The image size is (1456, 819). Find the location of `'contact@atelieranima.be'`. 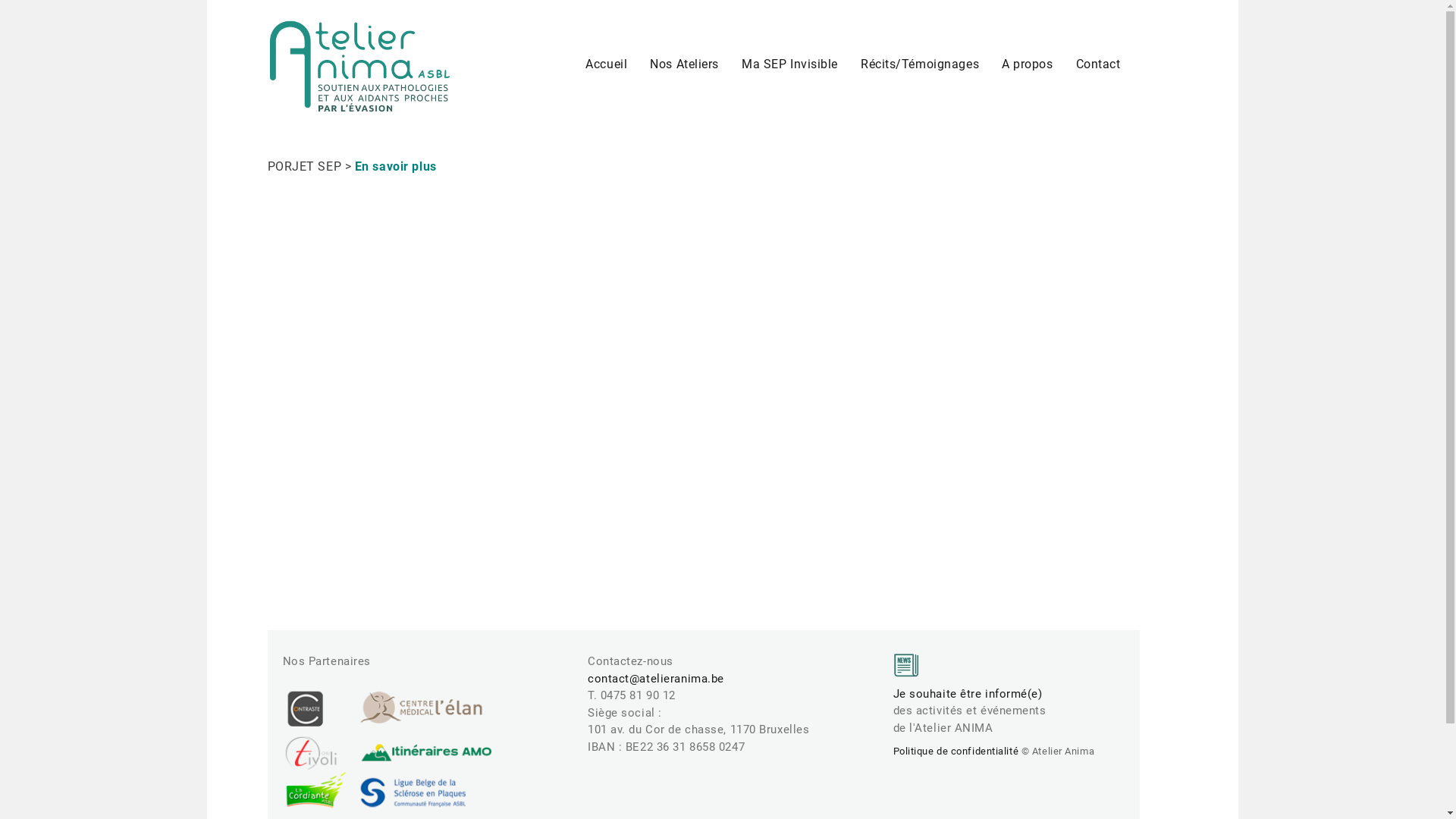

'contact@atelieranima.be' is located at coordinates (655, 678).